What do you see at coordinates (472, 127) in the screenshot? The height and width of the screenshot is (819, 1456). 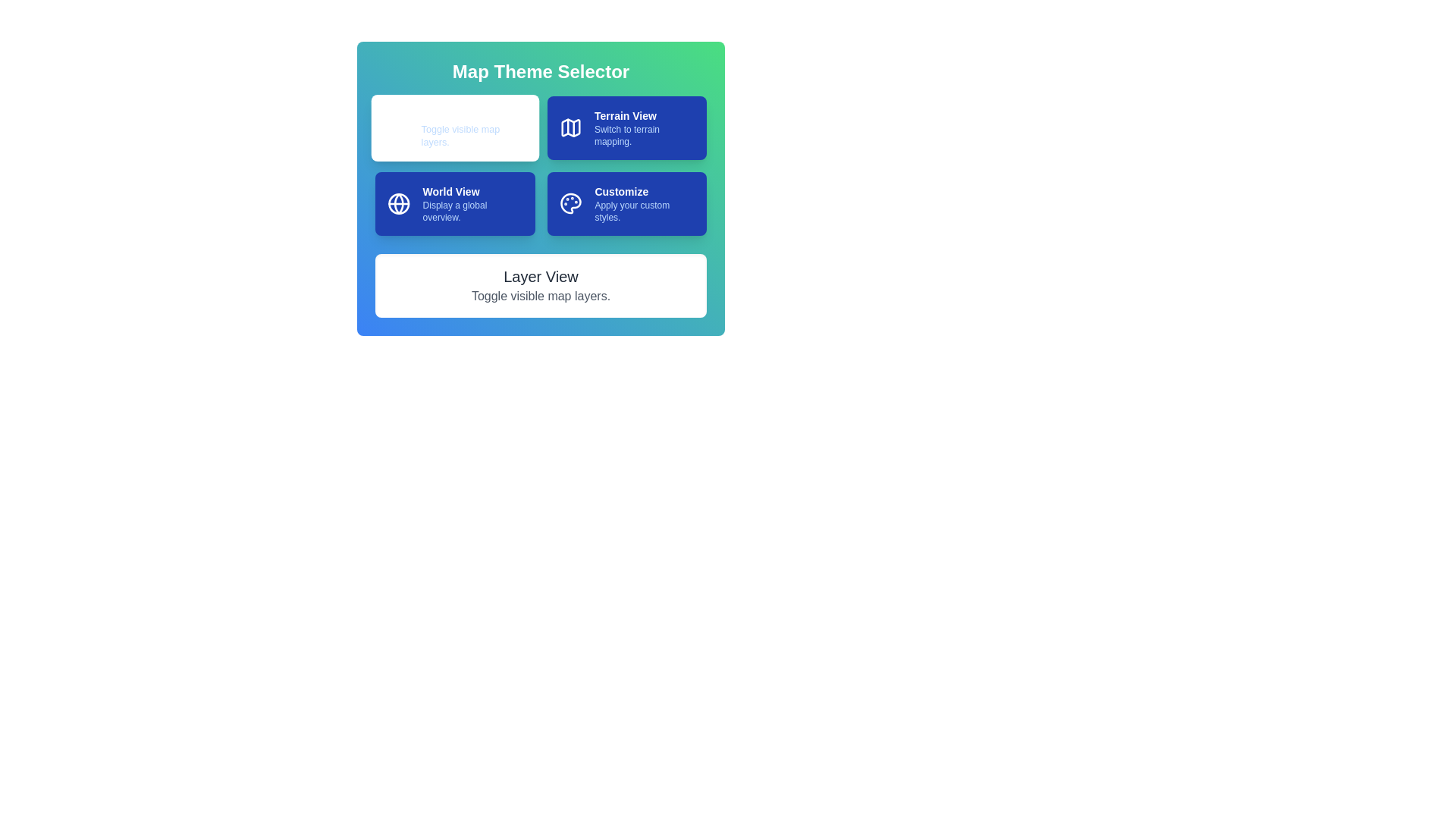 I see `descriptive text label for the 'Layer View' functionality located at the bottom center of the window` at bounding box center [472, 127].